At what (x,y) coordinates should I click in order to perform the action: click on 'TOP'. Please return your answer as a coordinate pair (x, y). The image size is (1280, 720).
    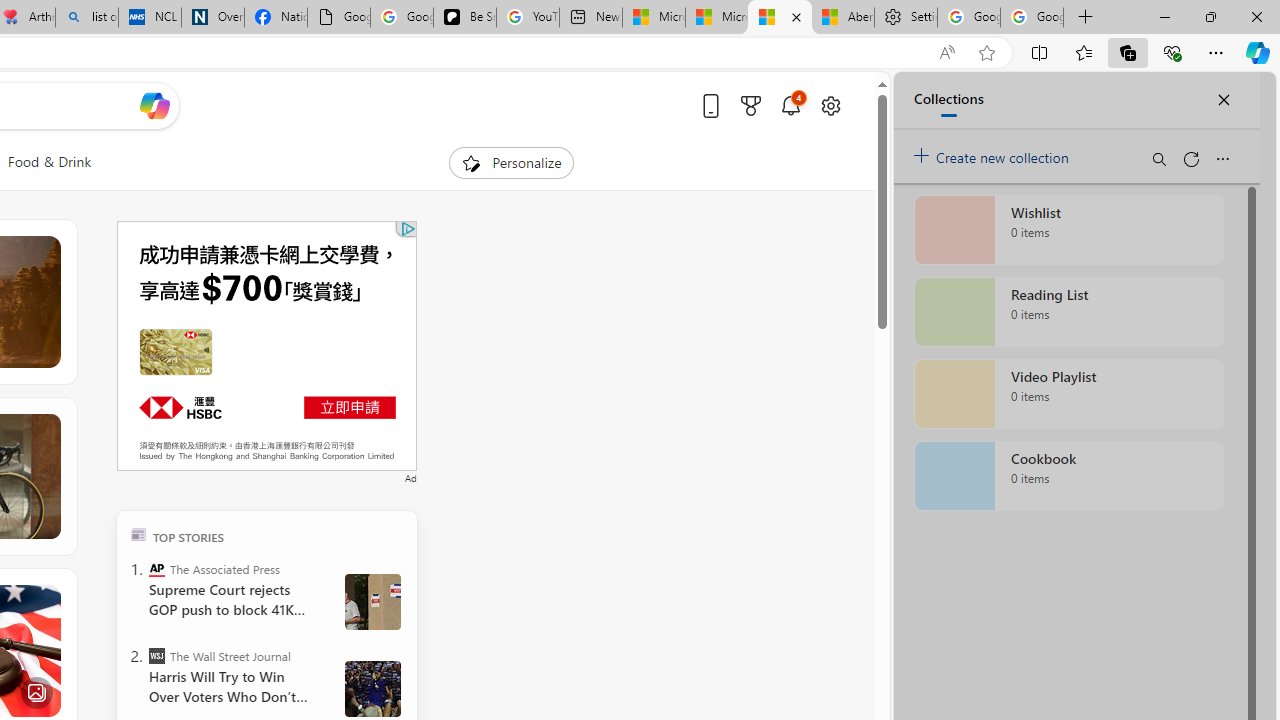
    Looking at the image, I should click on (137, 533).